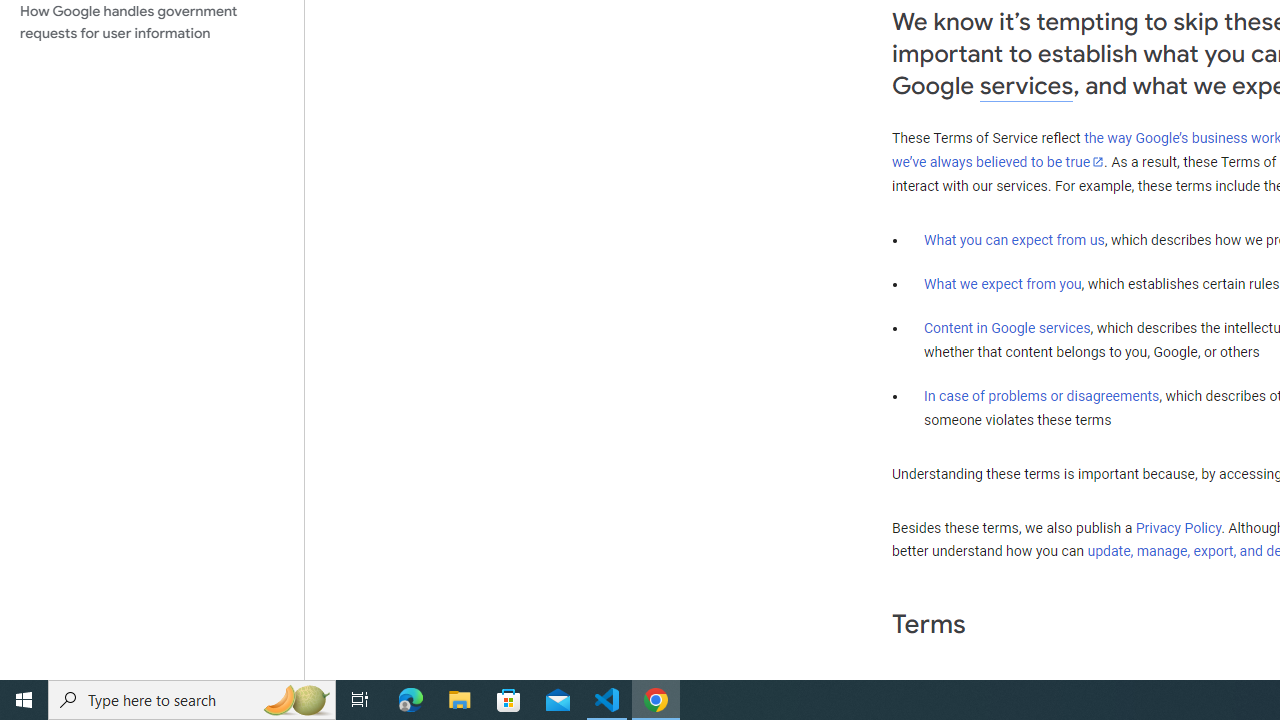 The height and width of the screenshot is (720, 1280). Describe the element at coordinates (1040, 396) in the screenshot. I see `'In case of problems or disagreements'` at that location.